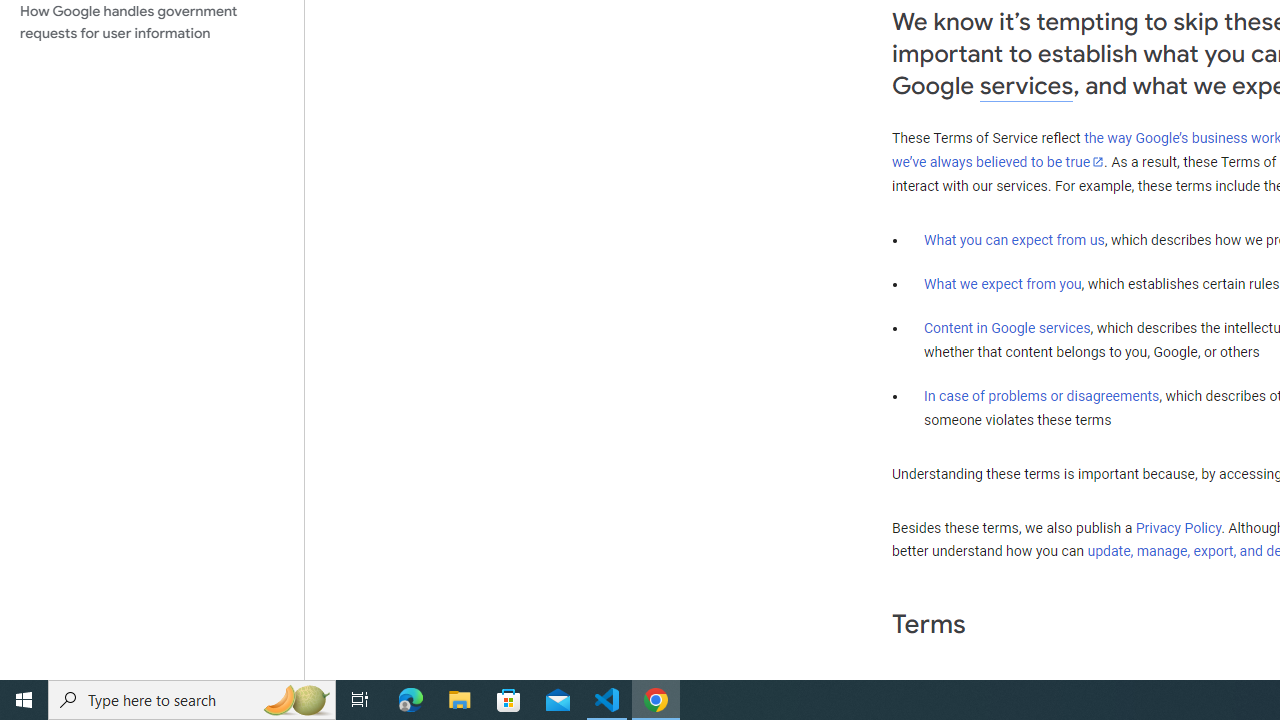 The height and width of the screenshot is (720, 1280). Describe the element at coordinates (1040, 396) in the screenshot. I see `'In case of problems or disagreements'` at that location.